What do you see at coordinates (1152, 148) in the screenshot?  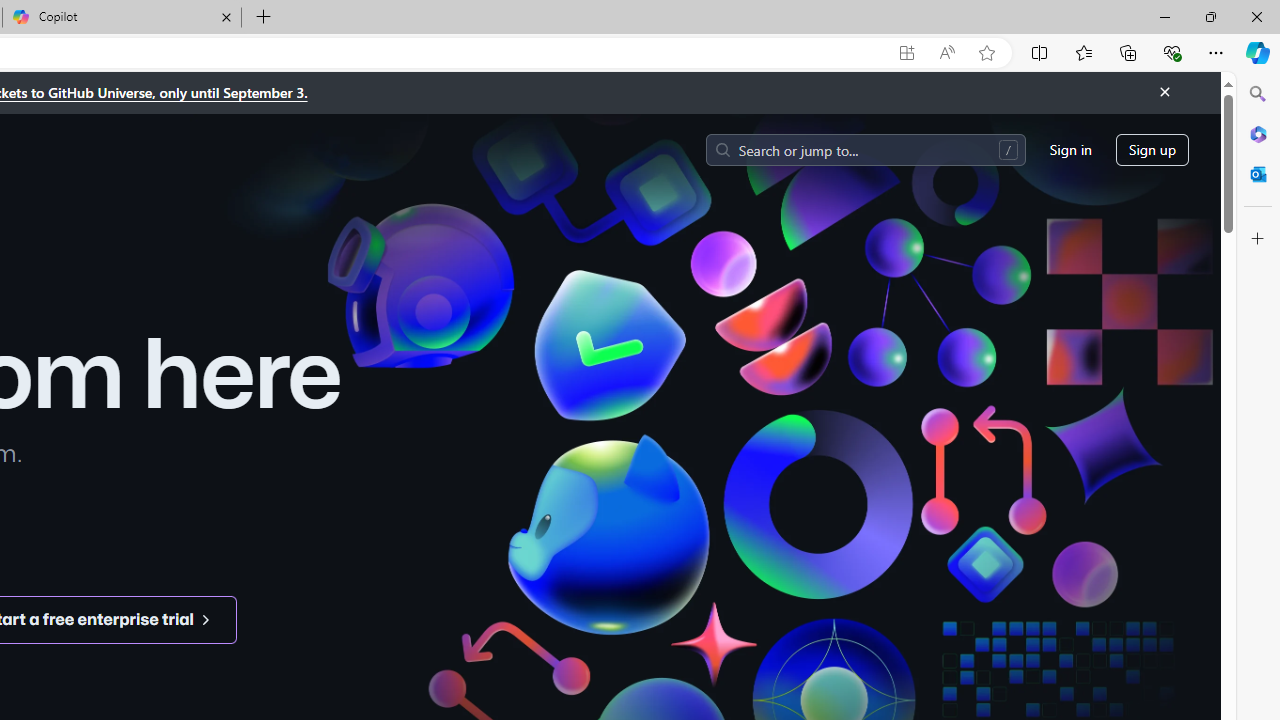 I see `'Sign up'` at bounding box center [1152, 148].